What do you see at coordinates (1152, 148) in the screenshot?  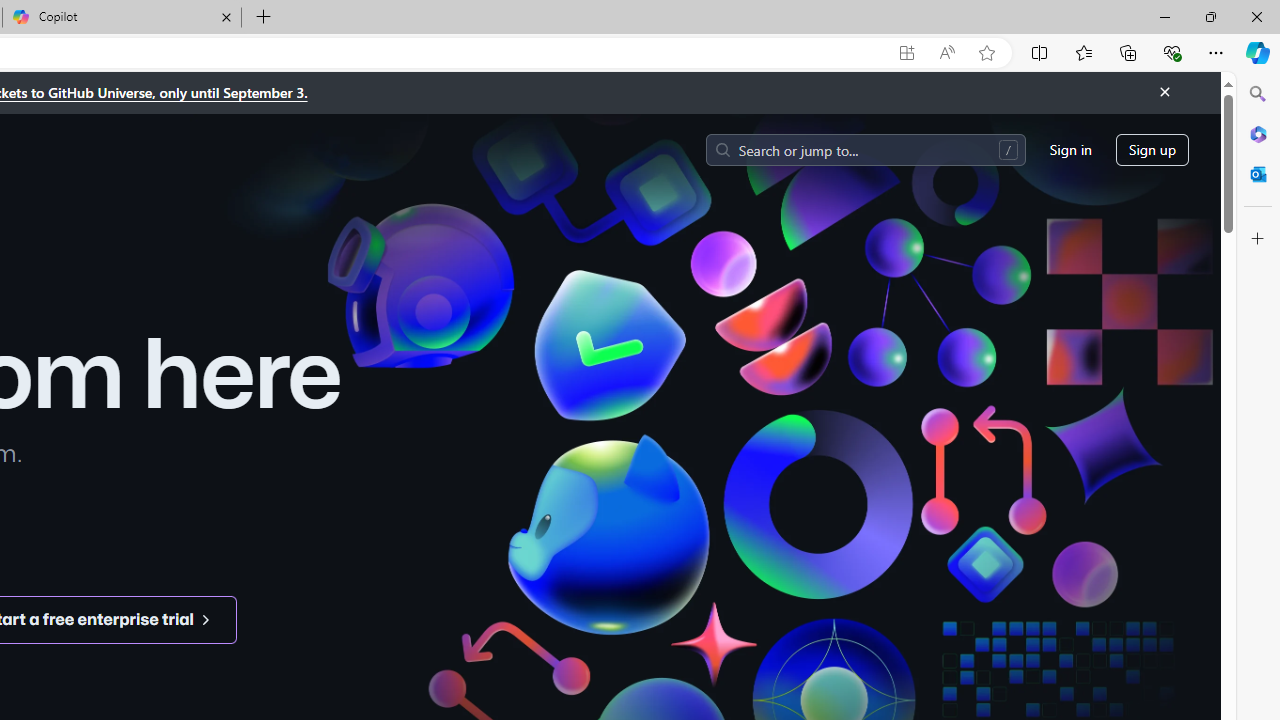 I see `'Sign up'` at bounding box center [1152, 148].